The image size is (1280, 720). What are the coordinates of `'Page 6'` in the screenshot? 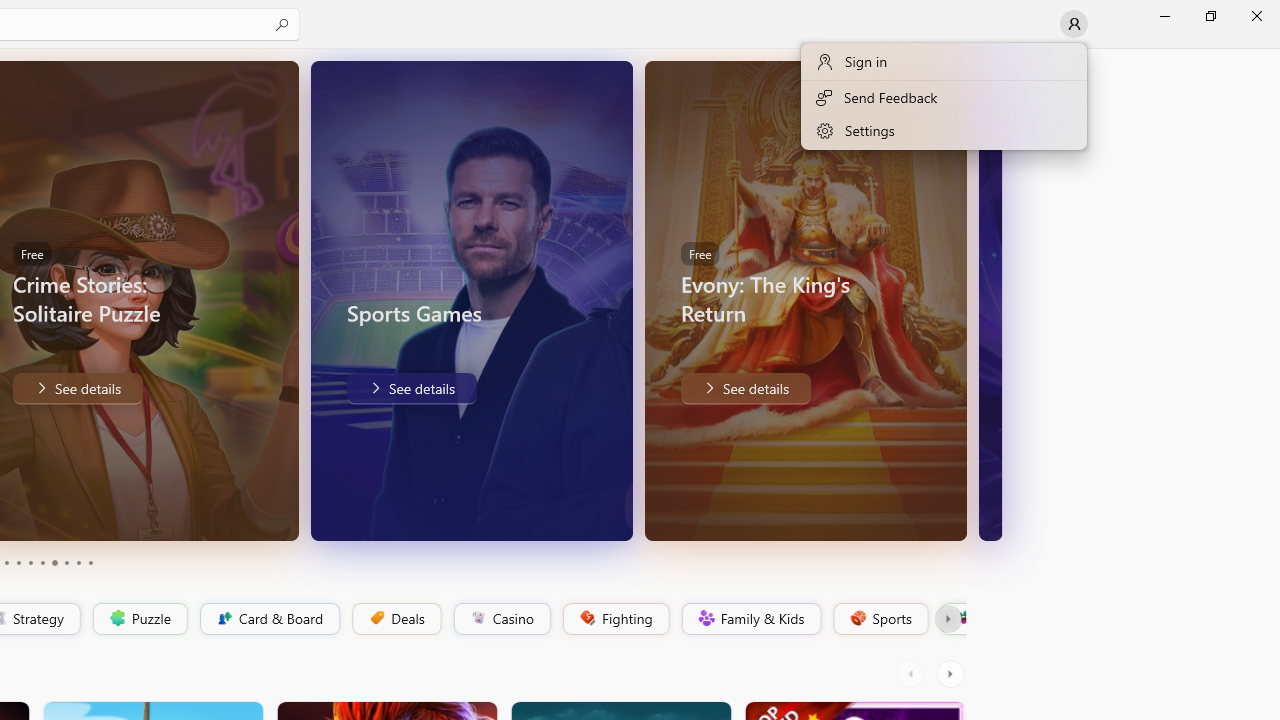 It's located at (42, 563).